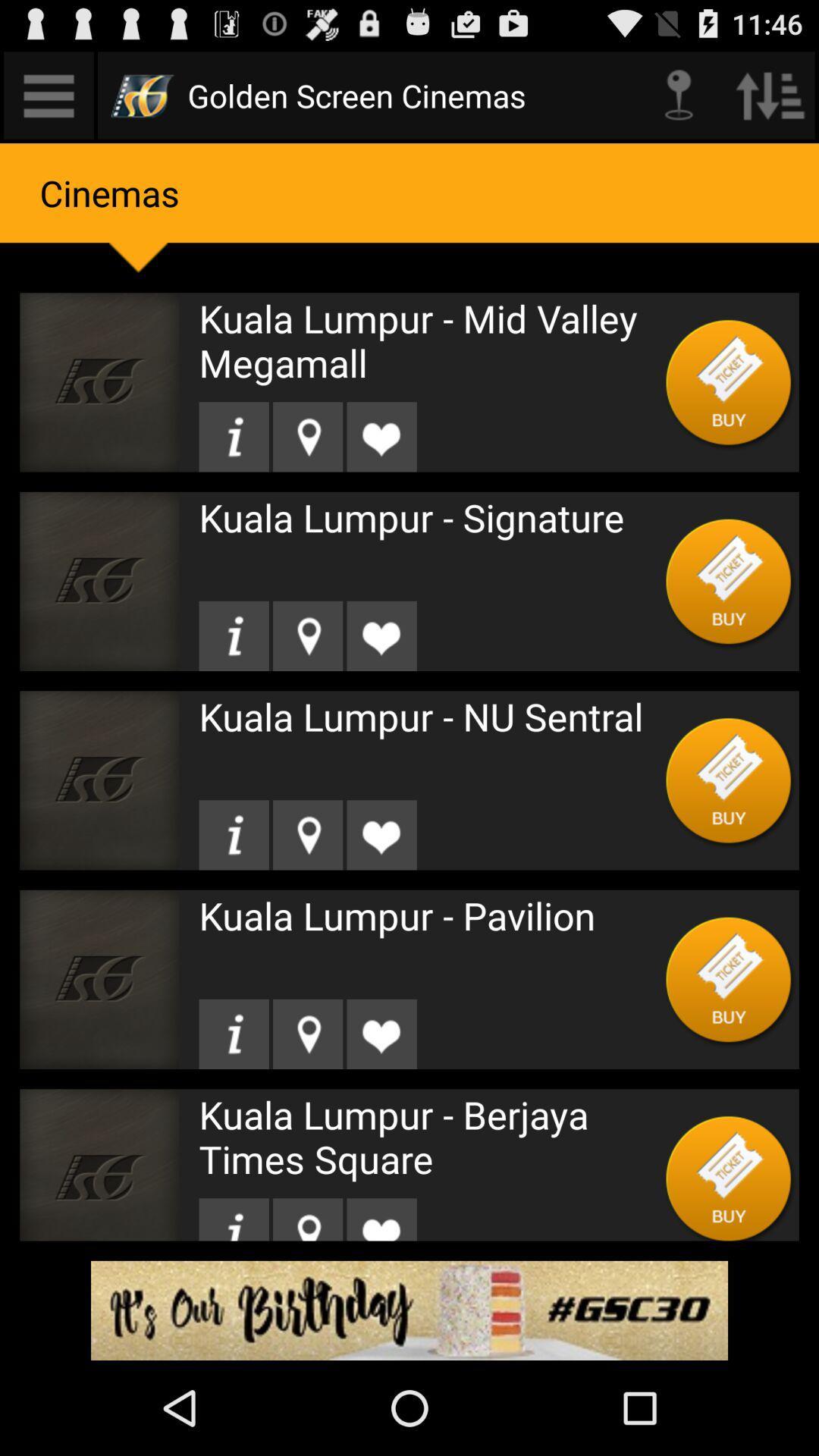 This screenshot has height=1456, width=819. What do you see at coordinates (234, 635) in the screenshot?
I see `location` at bounding box center [234, 635].